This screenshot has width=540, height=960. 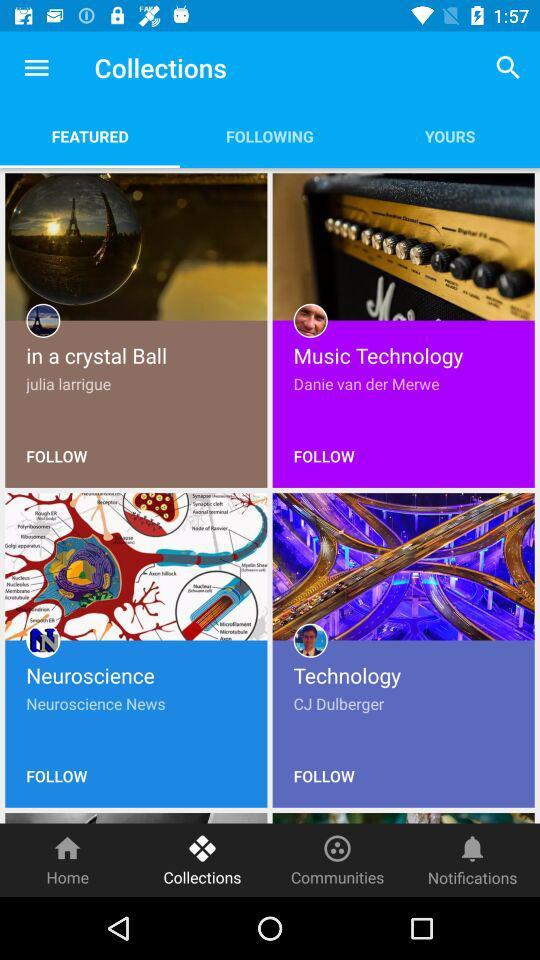 I want to click on the item below follow, so click(x=337, y=859).